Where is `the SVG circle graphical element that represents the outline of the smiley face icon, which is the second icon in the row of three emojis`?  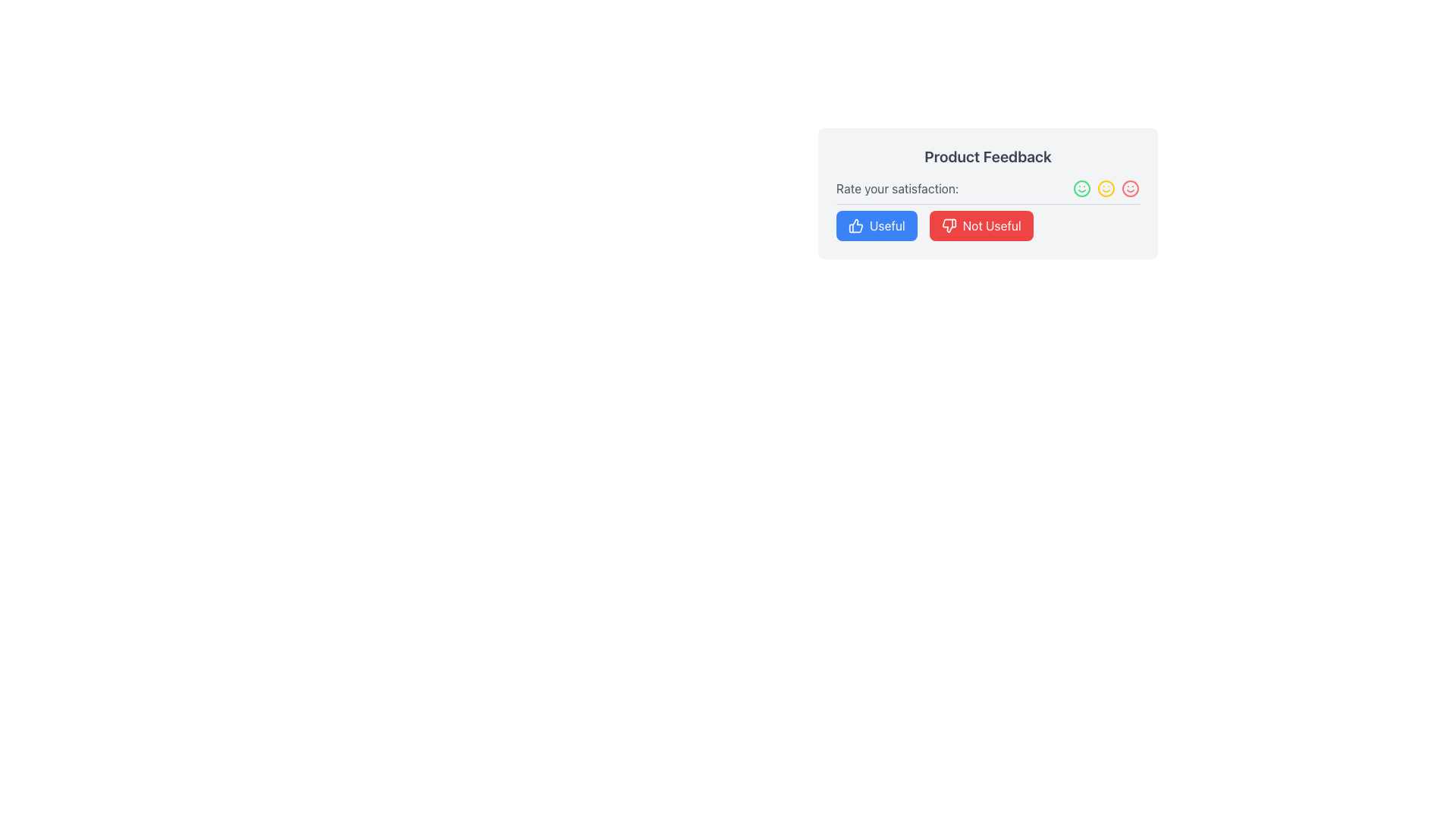
the SVG circle graphical element that represents the outline of the smiley face icon, which is the second icon in the row of three emojis is located at coordinates (1106, 188).